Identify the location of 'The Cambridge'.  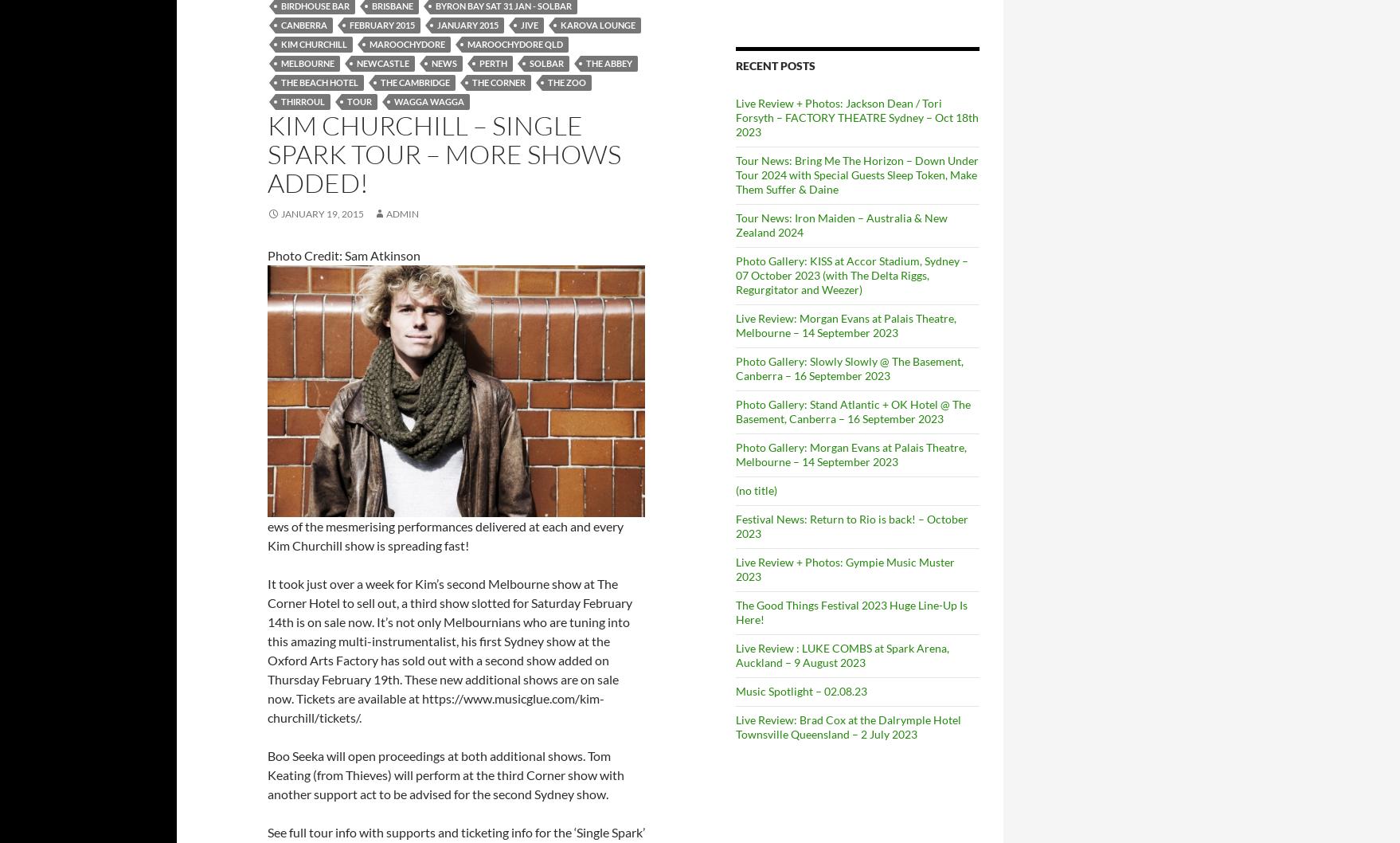
(414, 81).